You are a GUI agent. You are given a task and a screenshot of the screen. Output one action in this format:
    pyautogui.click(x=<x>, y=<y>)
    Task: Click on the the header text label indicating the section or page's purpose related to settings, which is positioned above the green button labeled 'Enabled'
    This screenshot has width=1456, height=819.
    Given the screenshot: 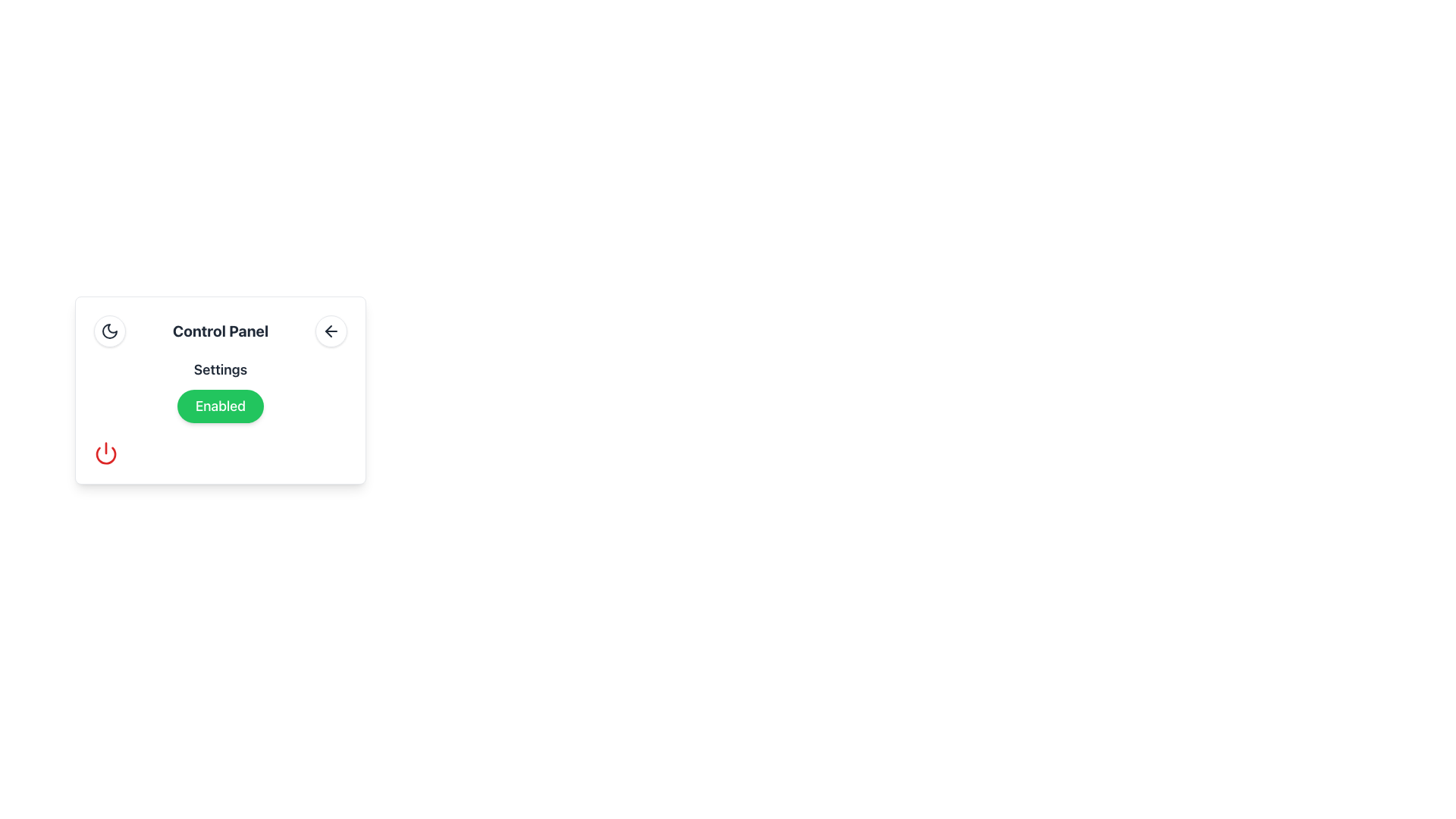 What is the action you would take?
    pyautogui.click(x=220, y=370)
    